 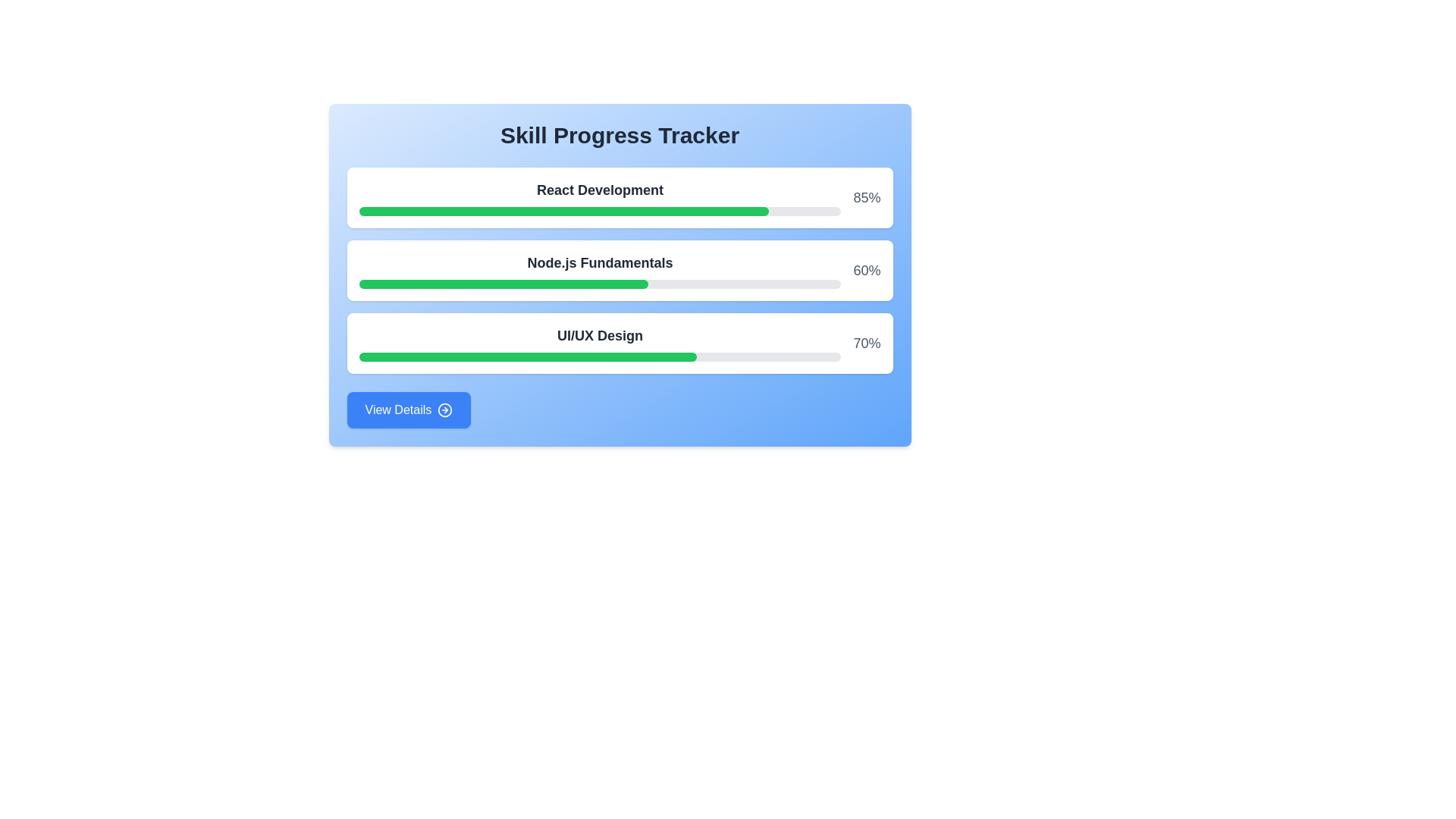 What do you see at coordinates (599, 270) in the screenshot?
I see `the text label that provides a descriptive title for the associated progress bar in the second progress tracking card of the 'Skill Progress Tracker' interface` at bounding box center [599, 270].